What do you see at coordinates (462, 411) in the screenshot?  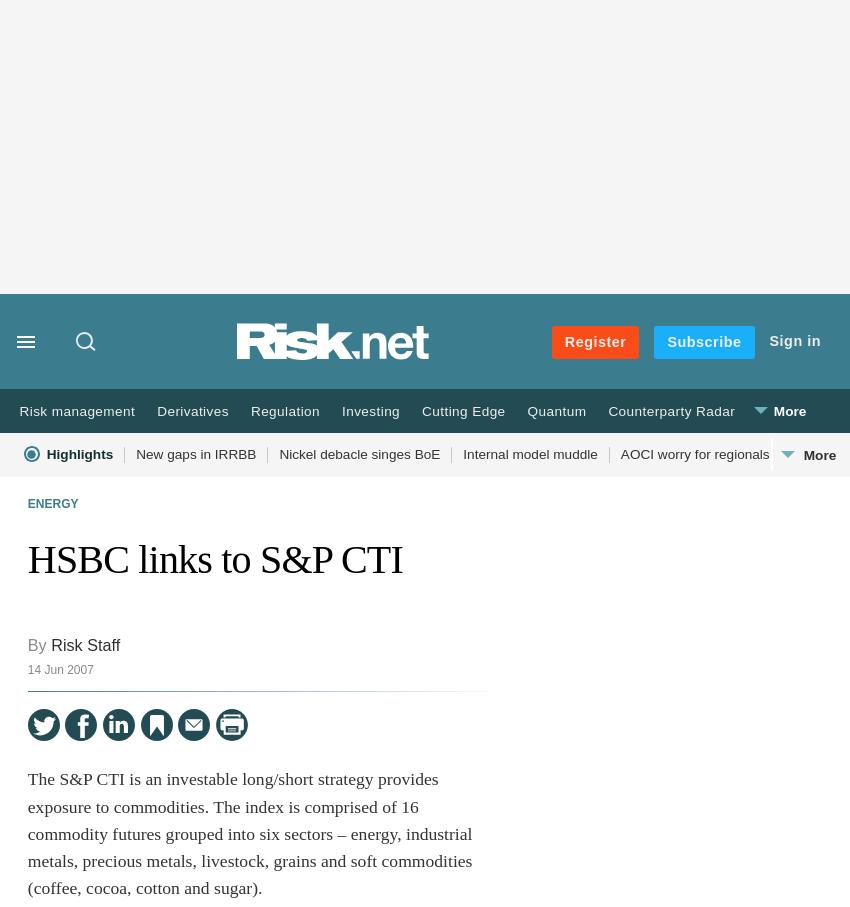 I see `'Cutting Edge'` at bounding box center [462, 411].